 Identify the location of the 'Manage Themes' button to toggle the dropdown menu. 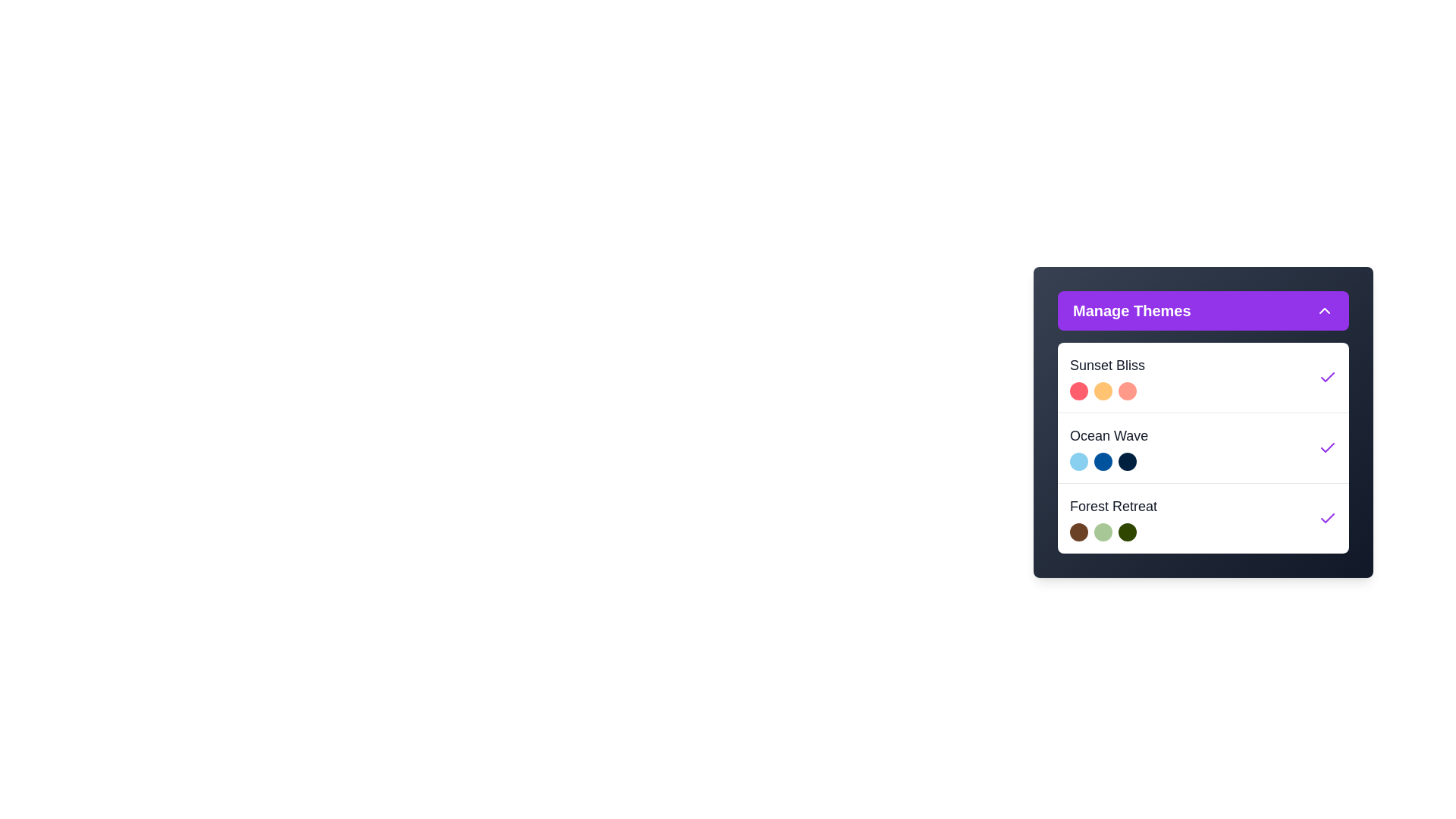
(1203, 309).